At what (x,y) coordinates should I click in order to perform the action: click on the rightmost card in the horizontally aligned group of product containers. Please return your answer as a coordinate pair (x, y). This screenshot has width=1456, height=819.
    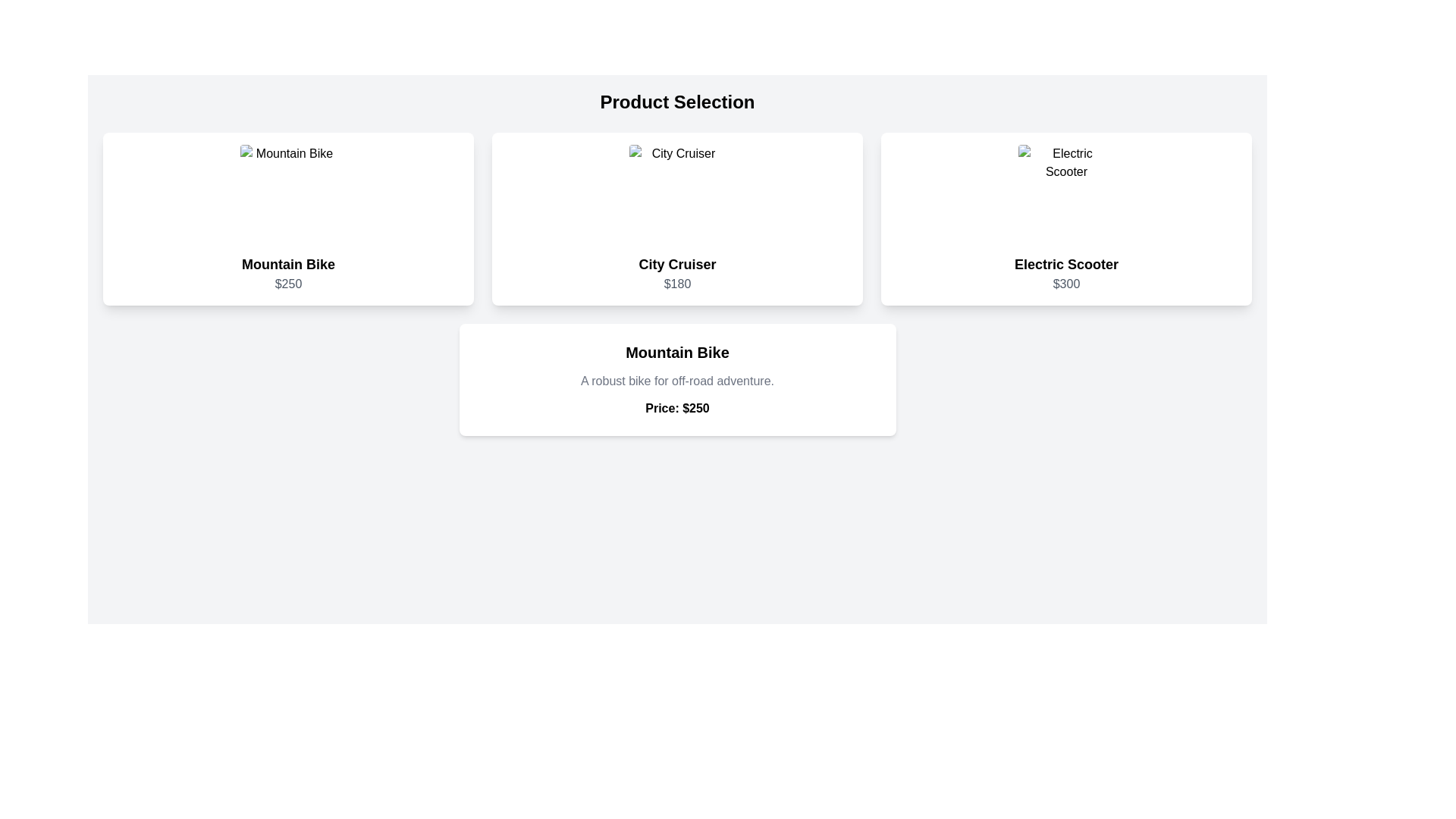
    Looking at the image, I should click on (1065, 192).